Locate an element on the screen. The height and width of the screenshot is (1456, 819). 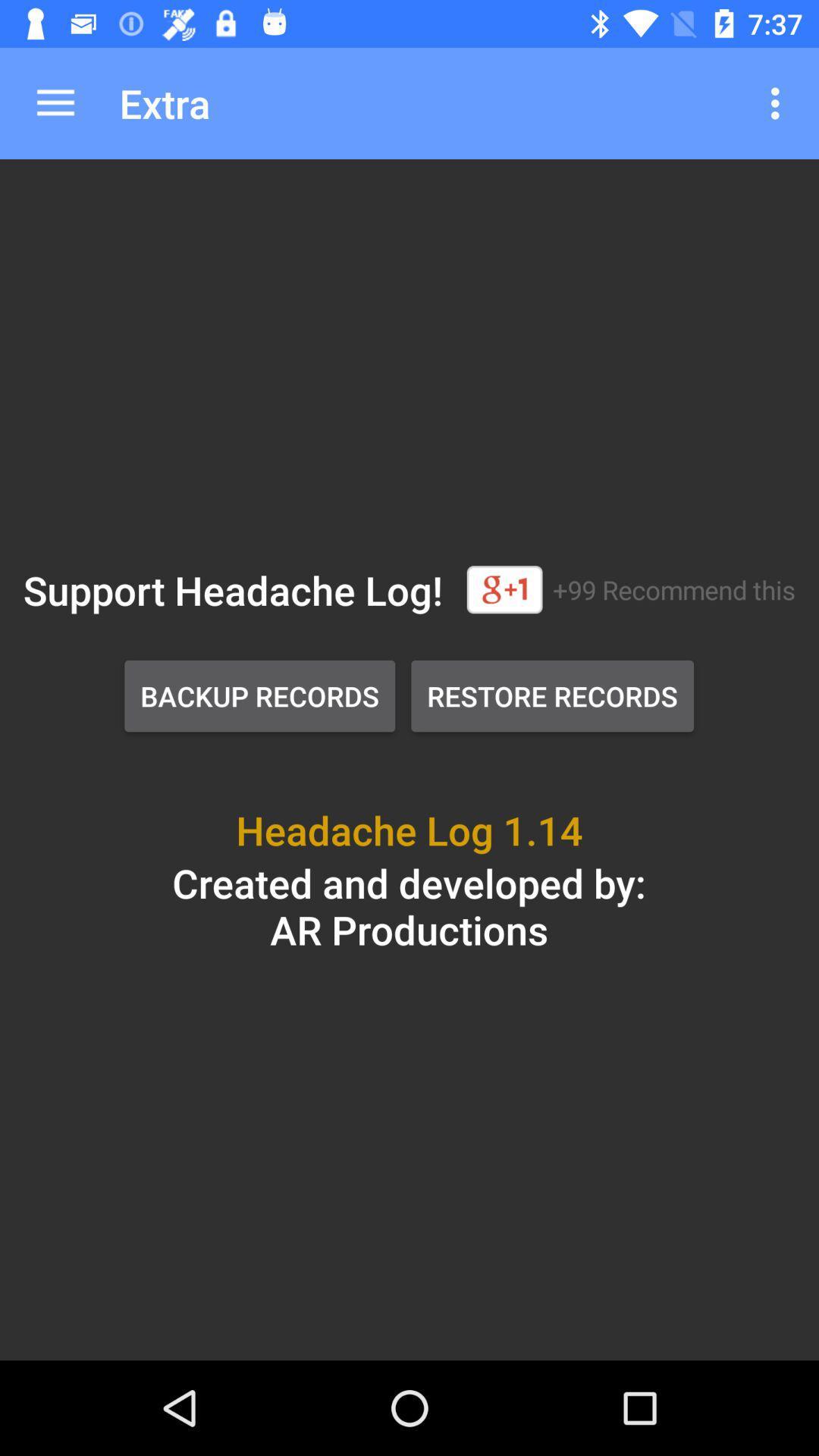
item above the +99 recommend this icon is located at coordinates (779, 102).